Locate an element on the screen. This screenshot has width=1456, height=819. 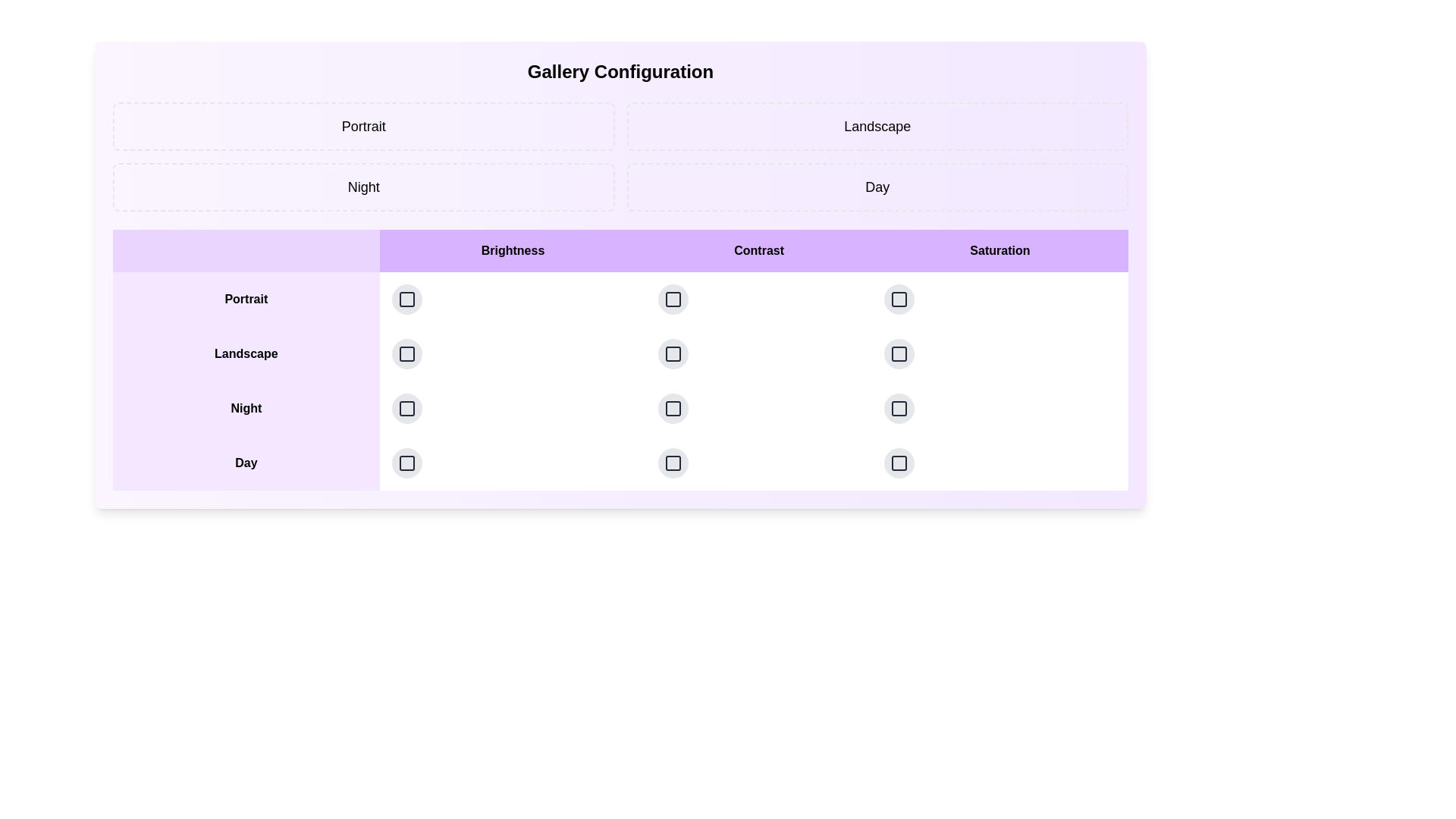
the interactive button for selecting or deselecting the 'Contrast' parameter in the configuration located at the third row (Night) and second column (Contrast) is located at coordinates (673, 408).